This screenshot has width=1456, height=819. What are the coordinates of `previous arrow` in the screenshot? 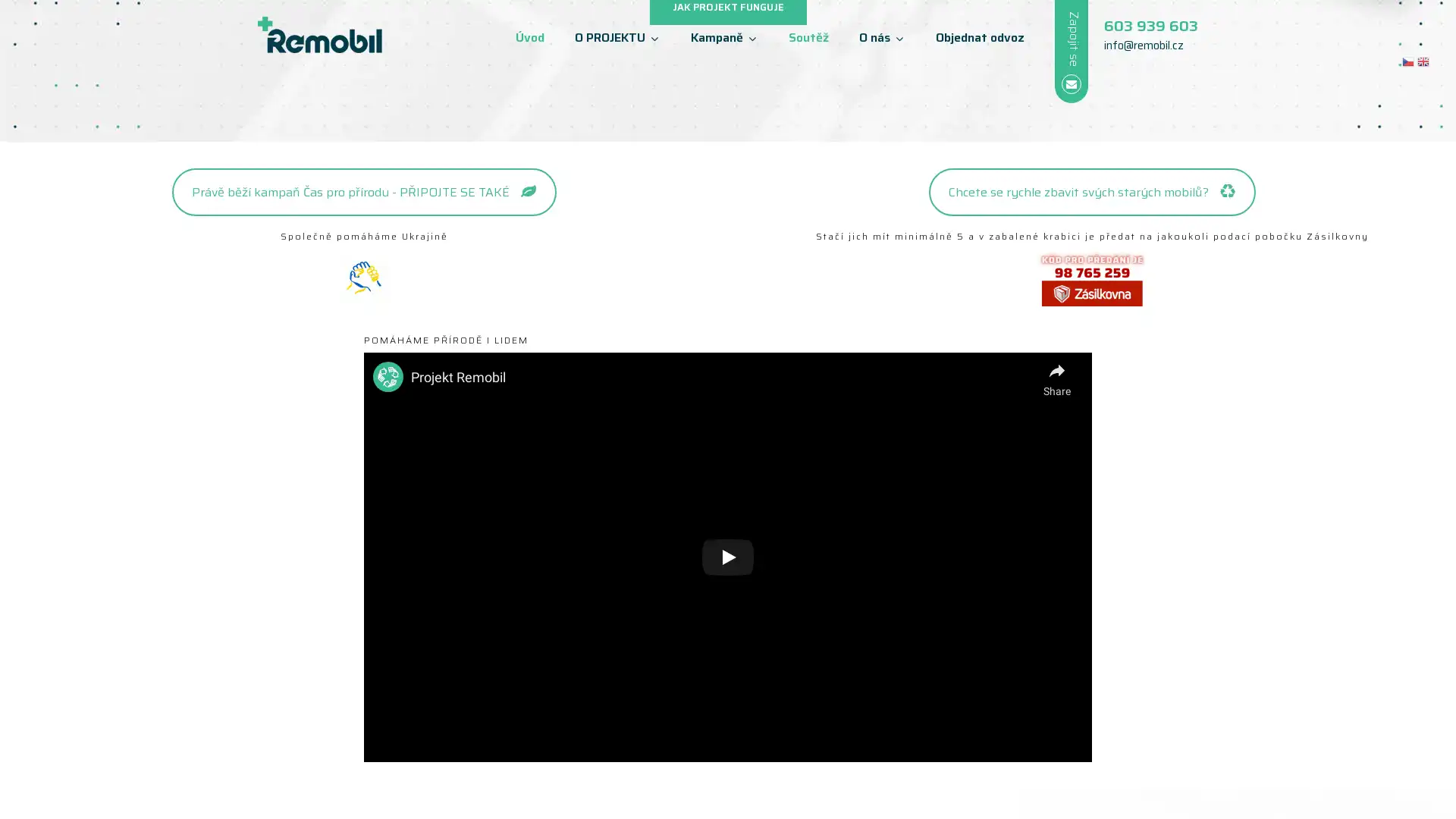 It's located at (39, 245).